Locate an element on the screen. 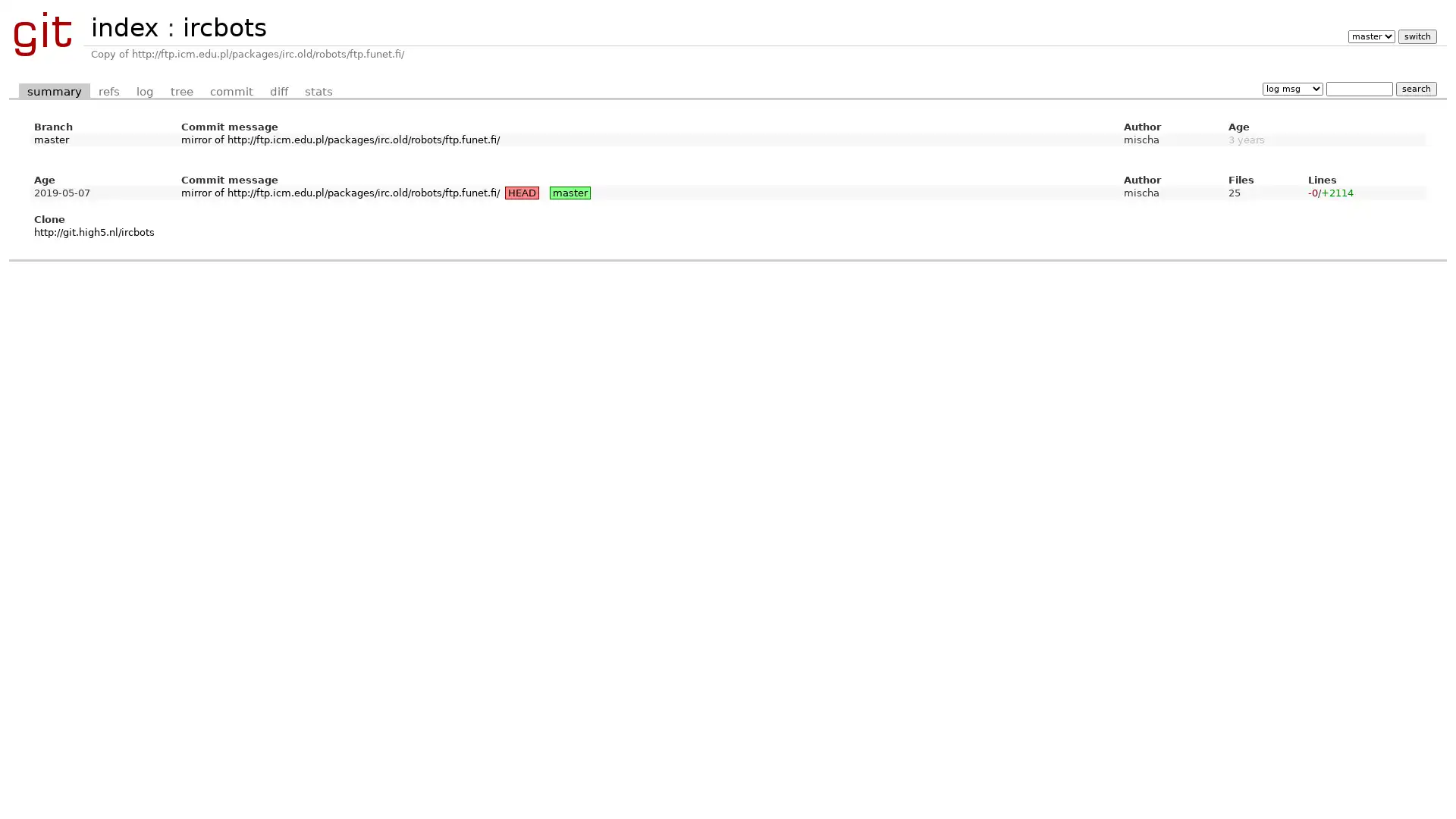  search is located at coordinates (1415, 88).